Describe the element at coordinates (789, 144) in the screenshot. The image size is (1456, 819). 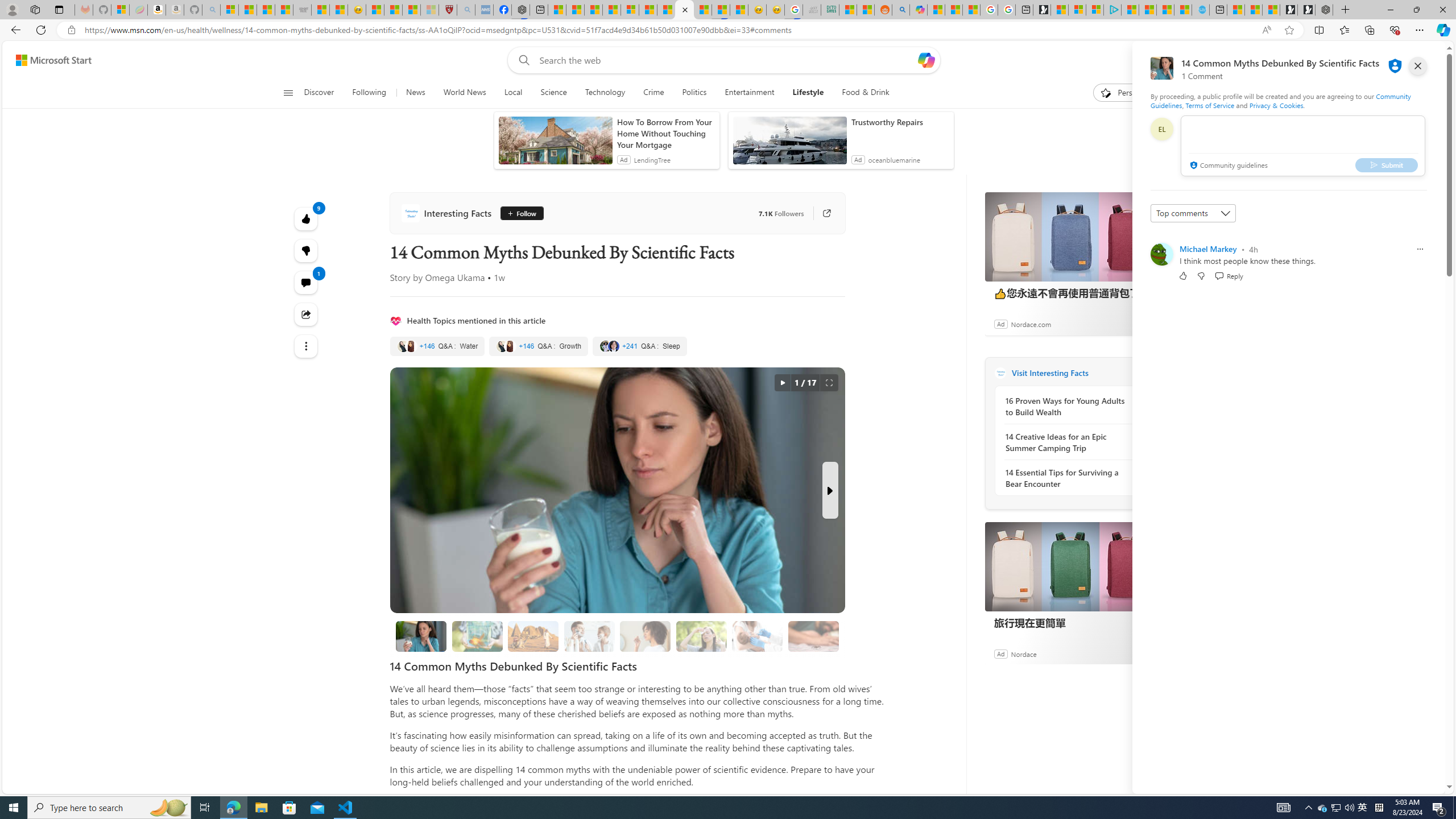
I see `'anim-content'` at that location.